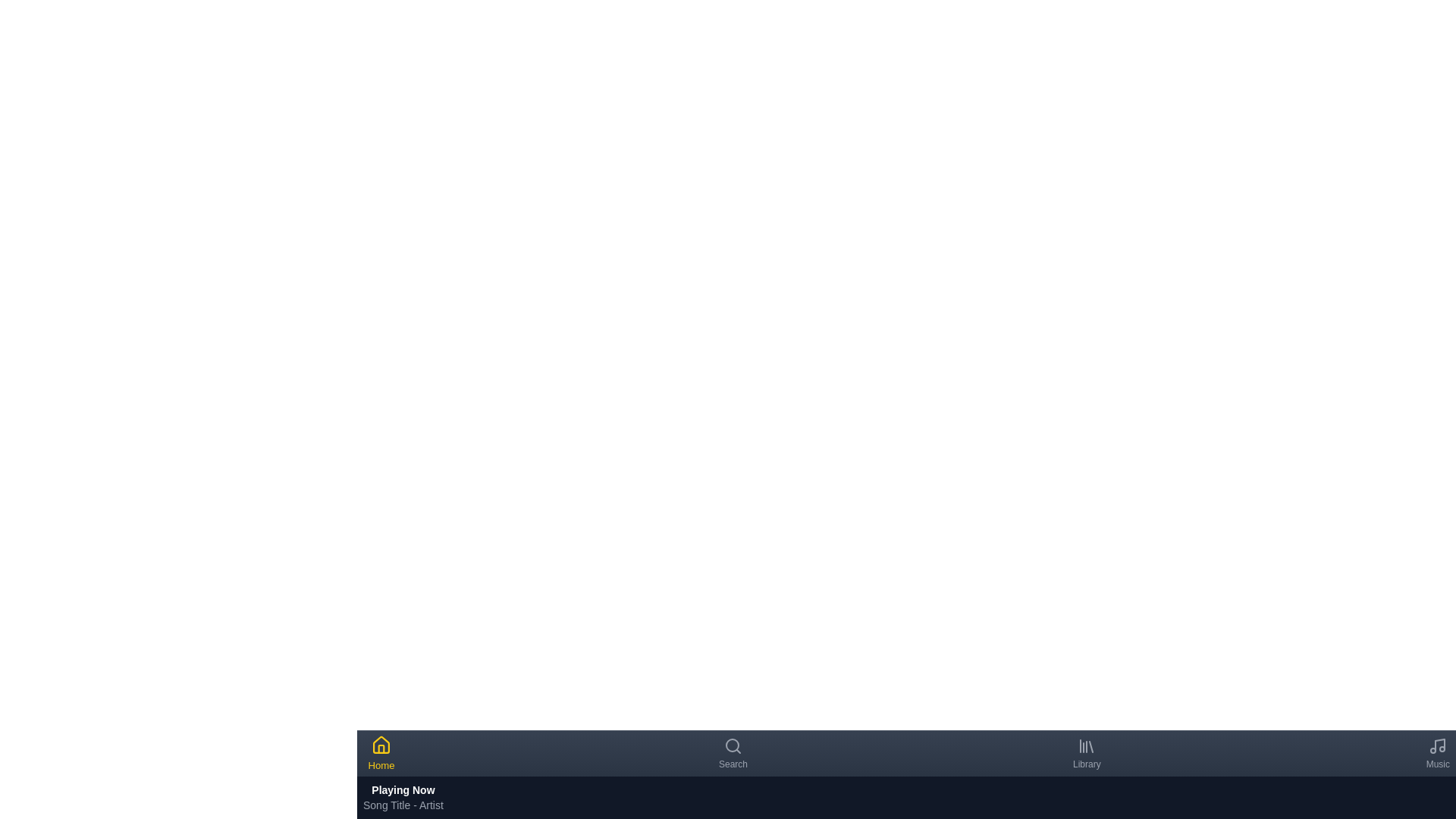 The image size is (1456, 819). I want to click on the Music navigation tab, so click(1437, 754).